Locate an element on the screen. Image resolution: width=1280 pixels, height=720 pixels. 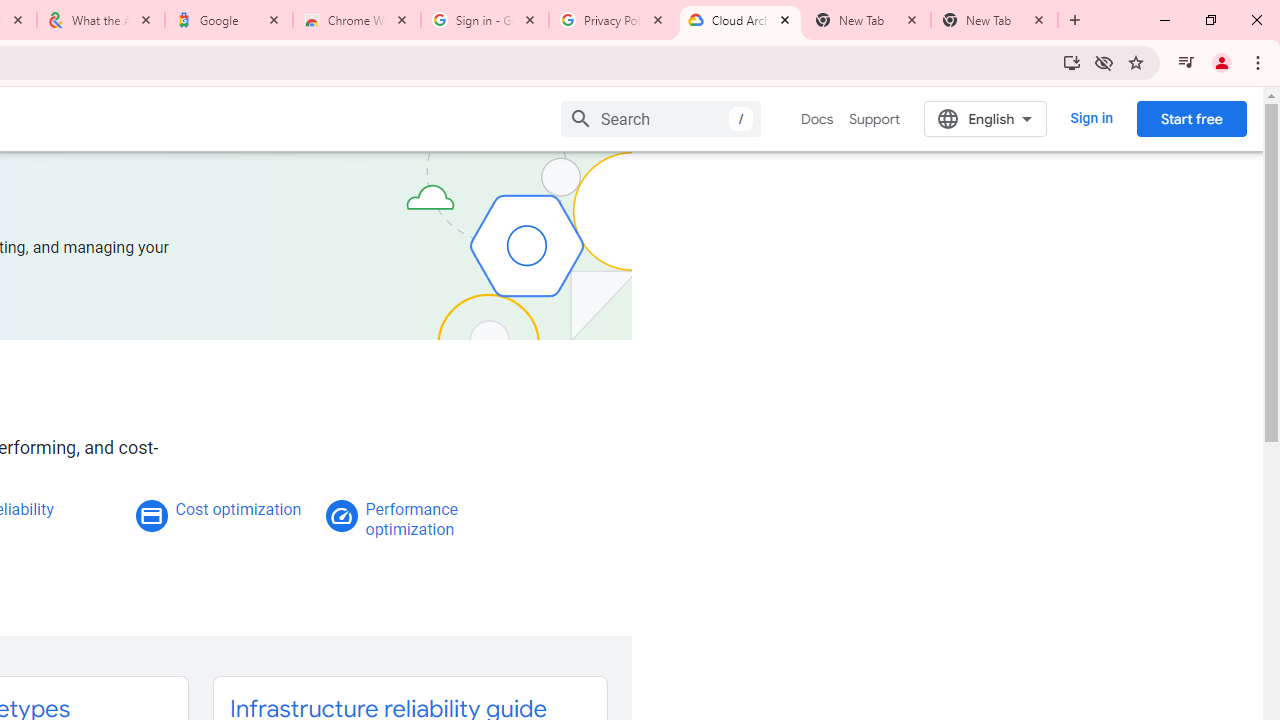
'Docs' is located at coordinates (817, 119).